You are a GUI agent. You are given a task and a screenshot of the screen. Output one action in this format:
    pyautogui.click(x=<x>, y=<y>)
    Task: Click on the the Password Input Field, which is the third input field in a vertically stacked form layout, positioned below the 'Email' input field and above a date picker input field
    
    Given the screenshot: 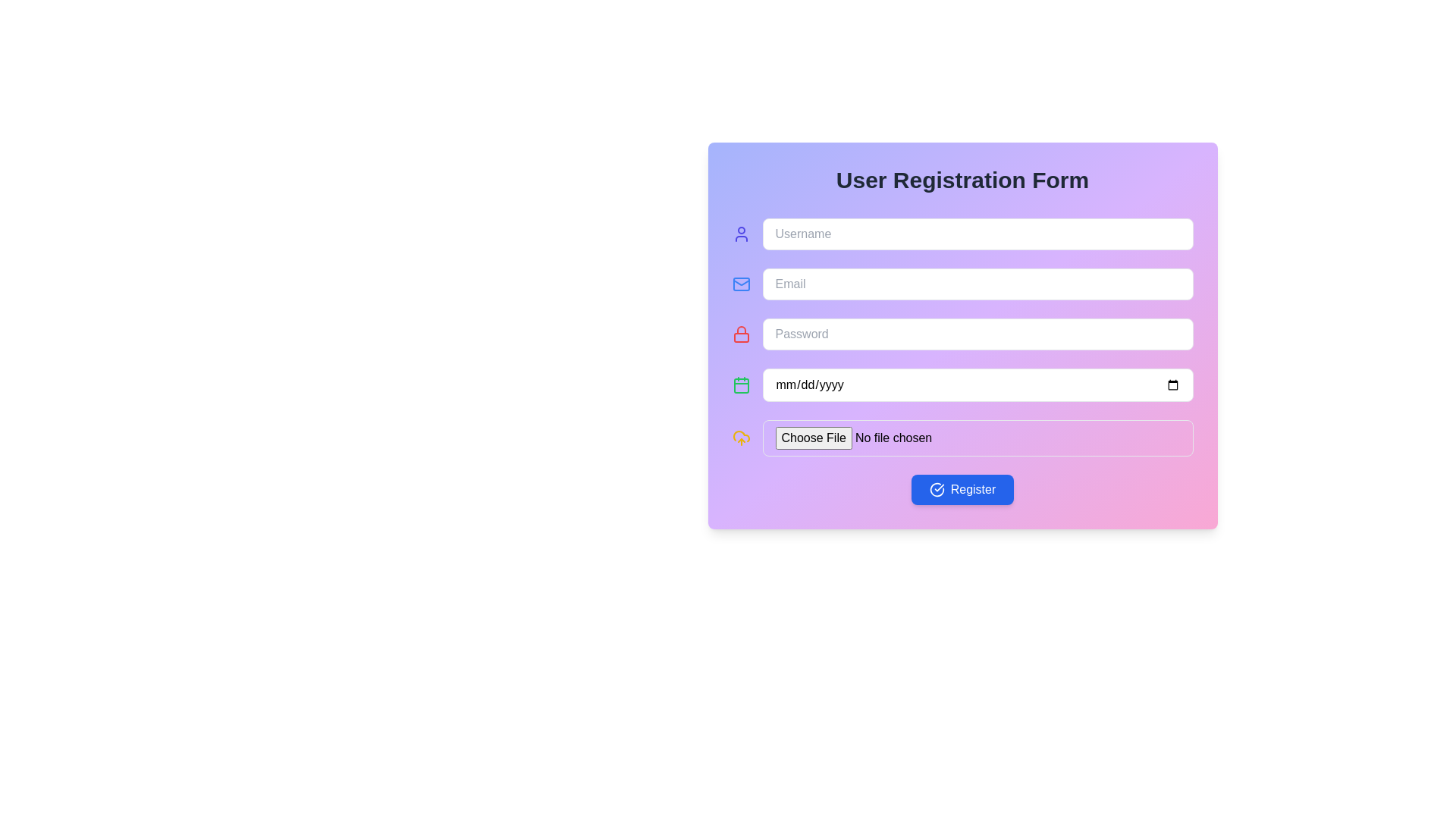 What is the action you would take?
    pyautogui.click(x=977, y=333)
    